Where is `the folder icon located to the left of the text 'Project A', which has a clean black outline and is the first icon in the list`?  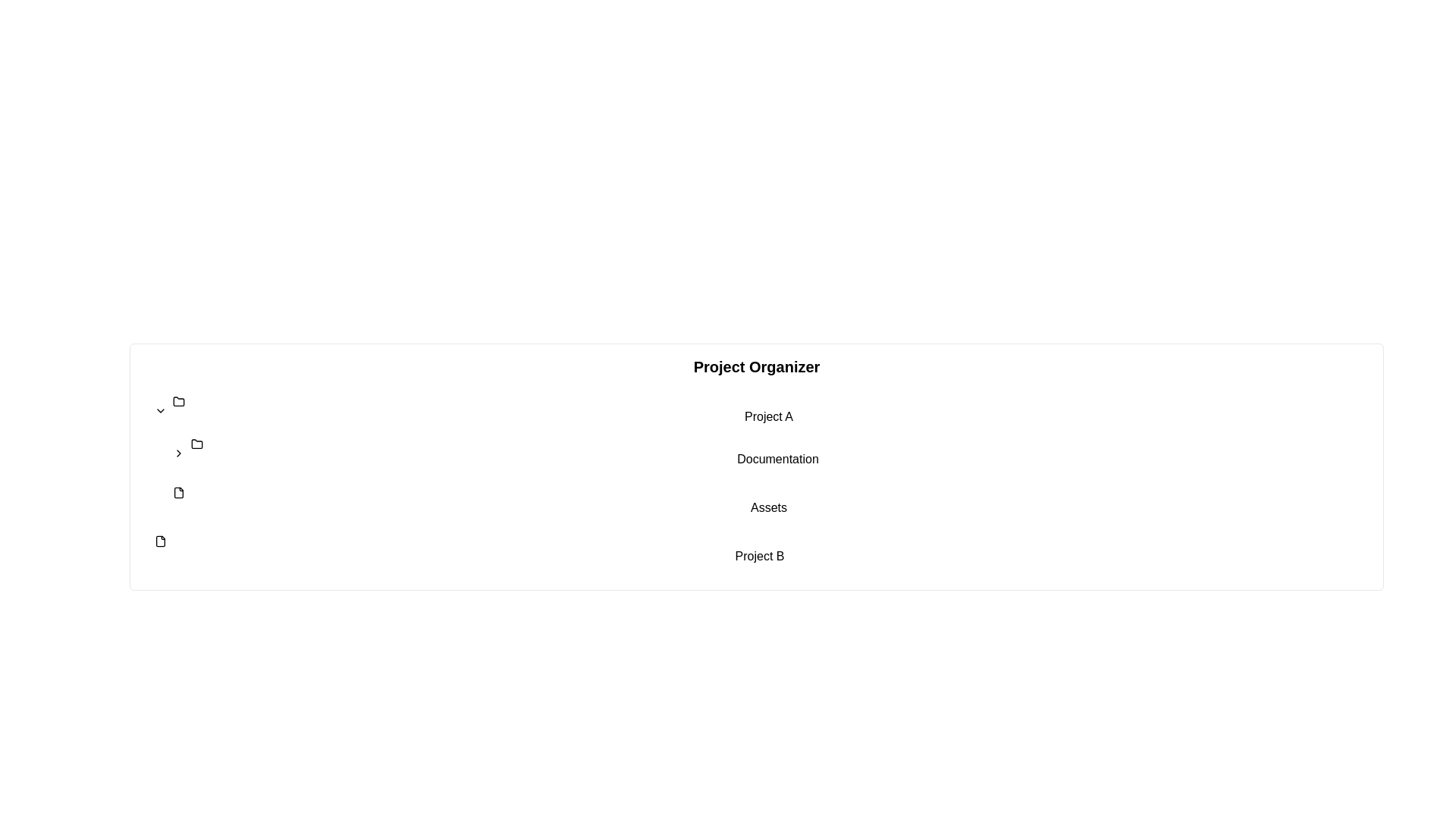
the folder icon located to the left of the text 'Project A', which has a clean black outline and is the first icon in the list is located at coordinates (178, 400).